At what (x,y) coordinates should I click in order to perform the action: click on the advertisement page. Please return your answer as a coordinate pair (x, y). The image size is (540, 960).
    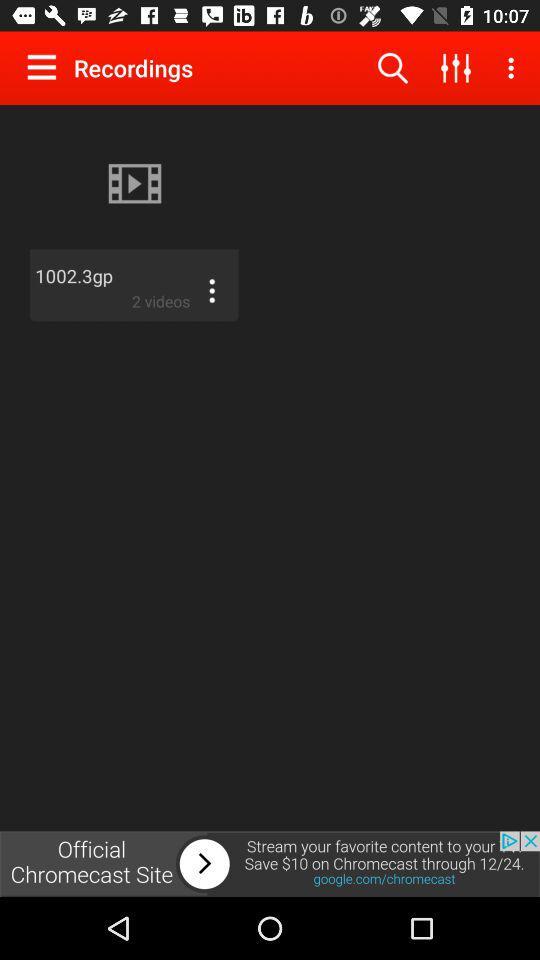
    Looking at the image, I should click on (270, 863).